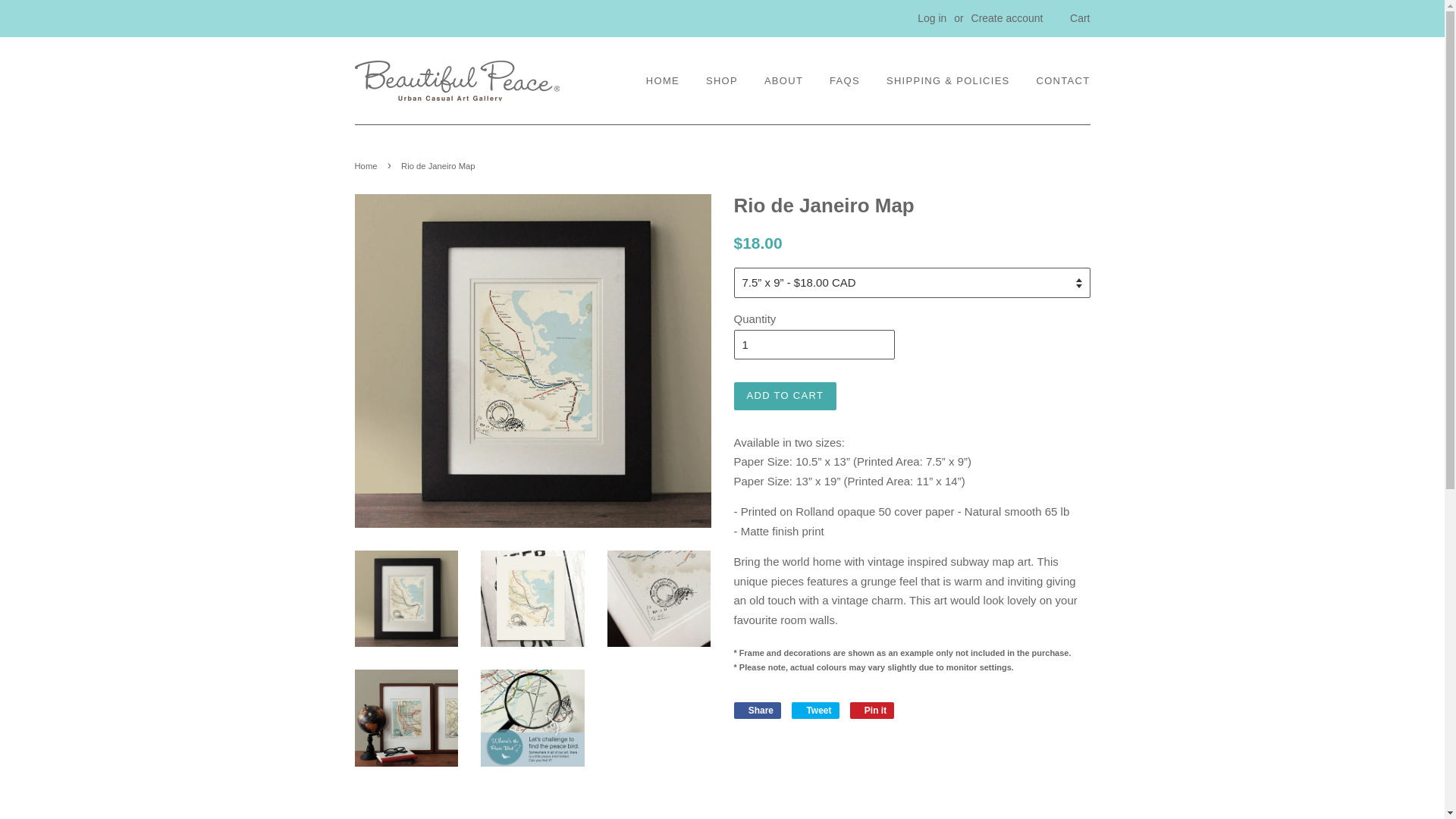  What do you see at coordinates (790, 711) in the screenshot?
I see `'Tweet` at bounding box center [790, 711].